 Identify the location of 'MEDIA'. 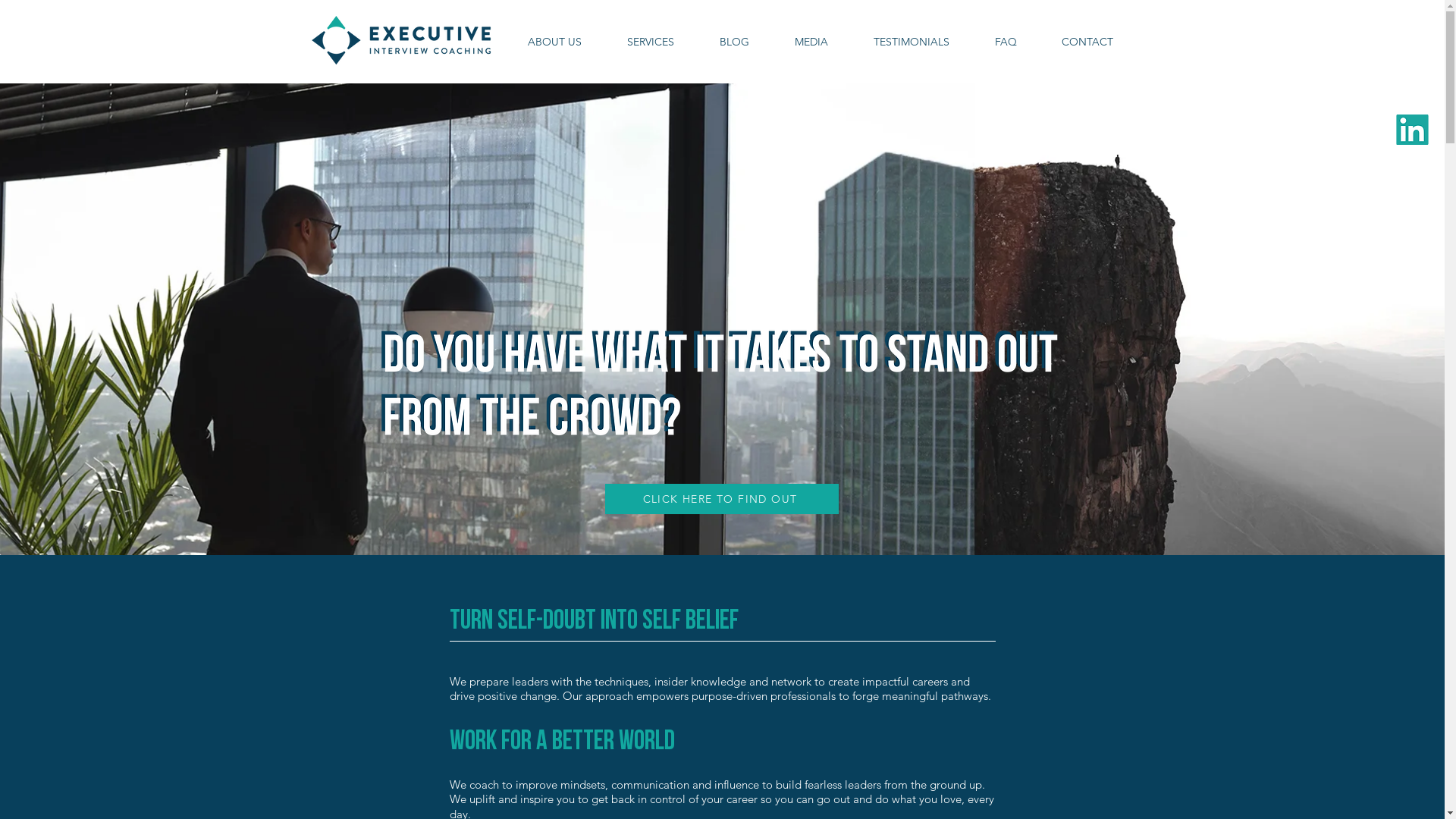
(811, 40).